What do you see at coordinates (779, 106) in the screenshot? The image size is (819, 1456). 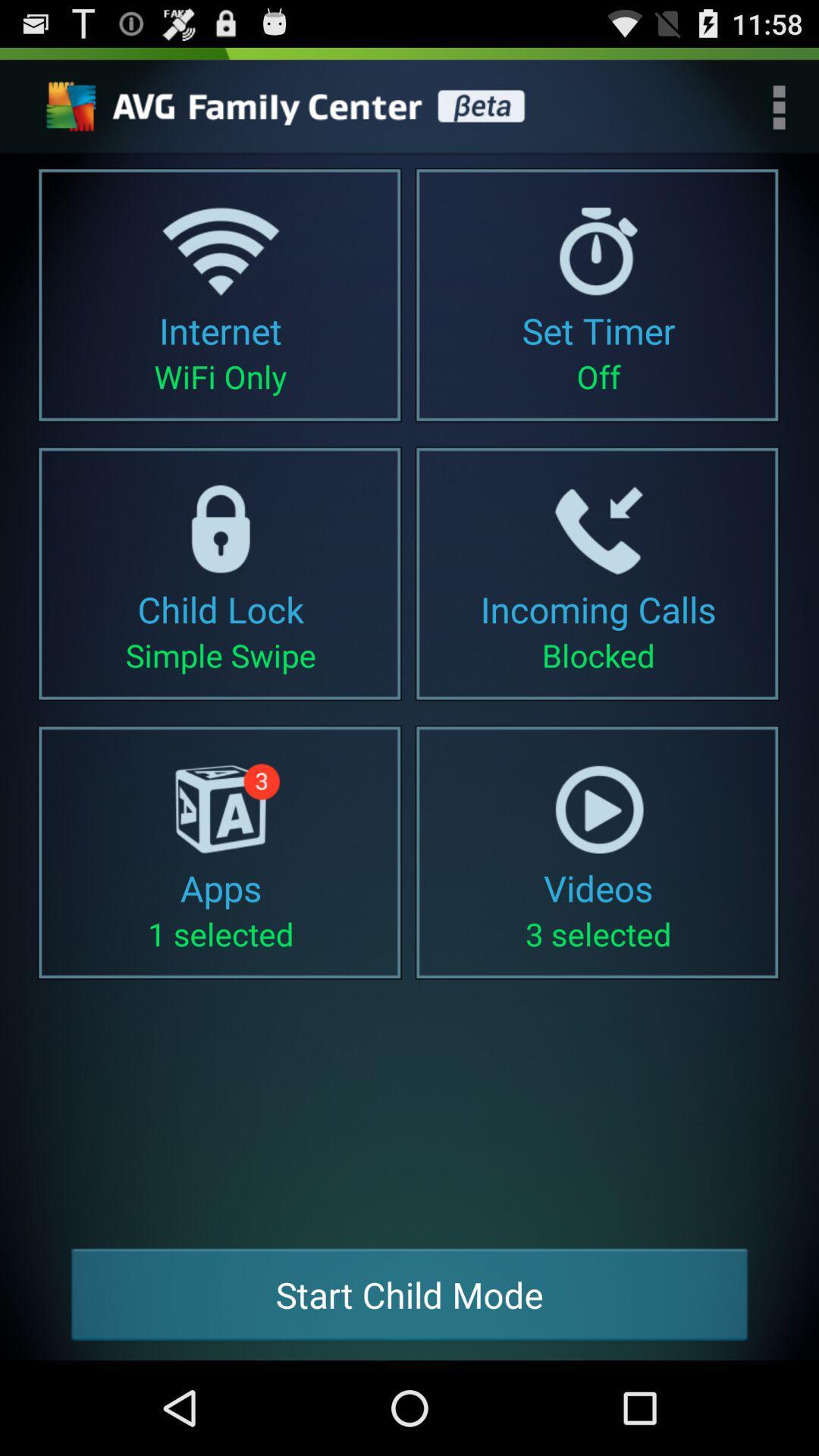 I see `menu` at bounding box center [779, 106].